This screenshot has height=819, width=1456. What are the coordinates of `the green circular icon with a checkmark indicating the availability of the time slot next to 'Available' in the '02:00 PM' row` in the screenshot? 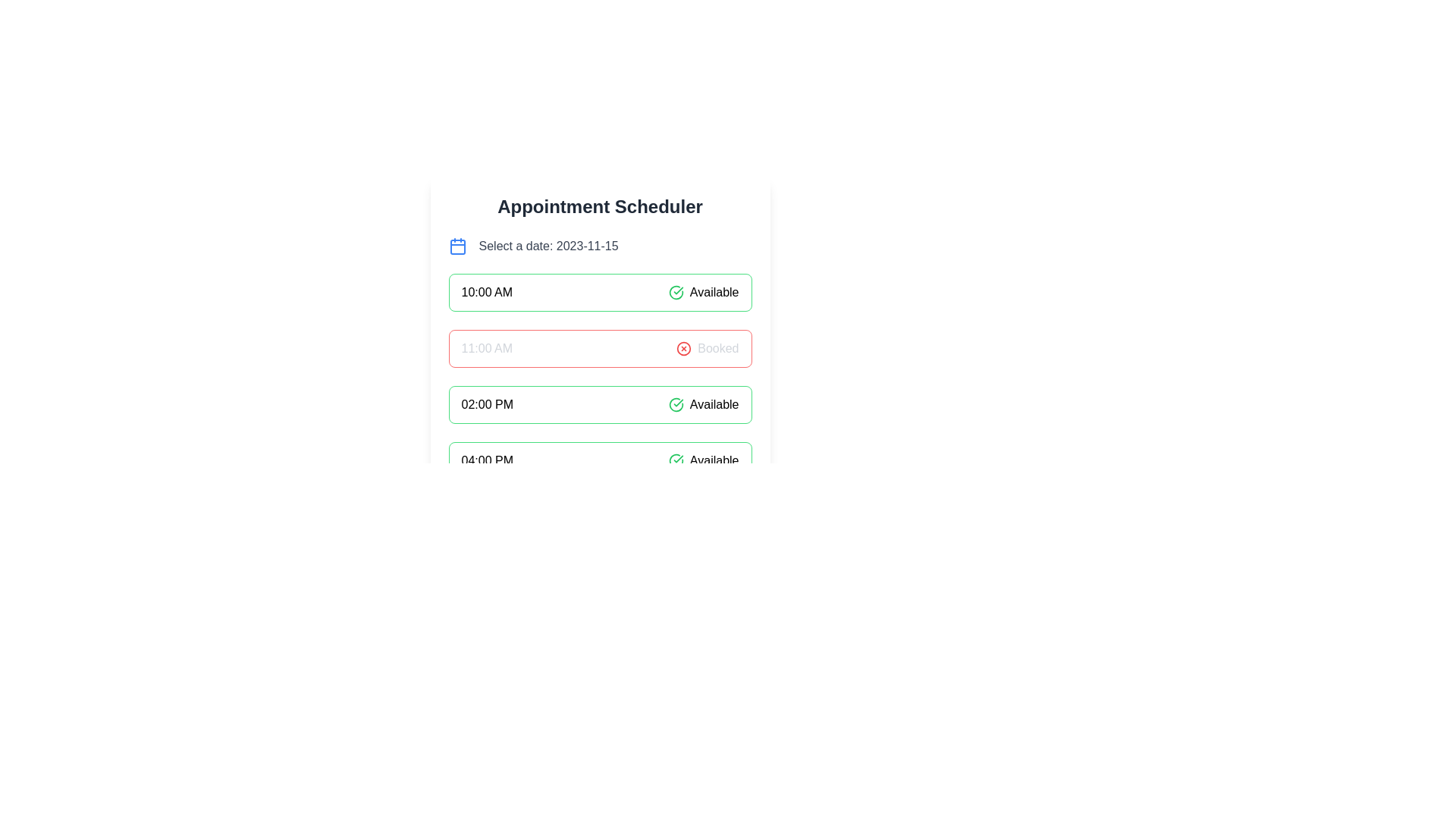 It's located at (675, 292).